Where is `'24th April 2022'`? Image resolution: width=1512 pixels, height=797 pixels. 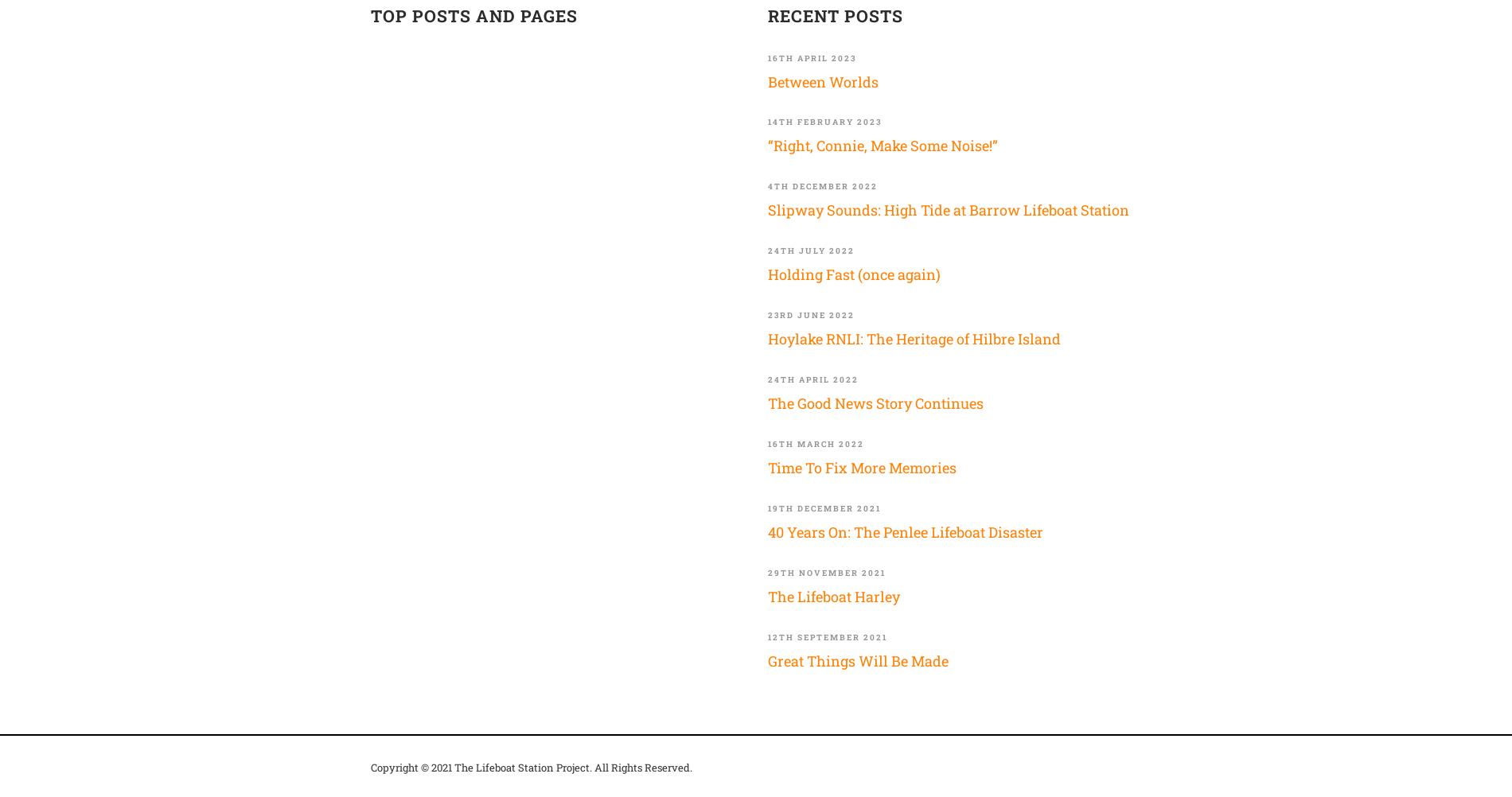 '24th April 2022' is located at coordinates (813, 379).